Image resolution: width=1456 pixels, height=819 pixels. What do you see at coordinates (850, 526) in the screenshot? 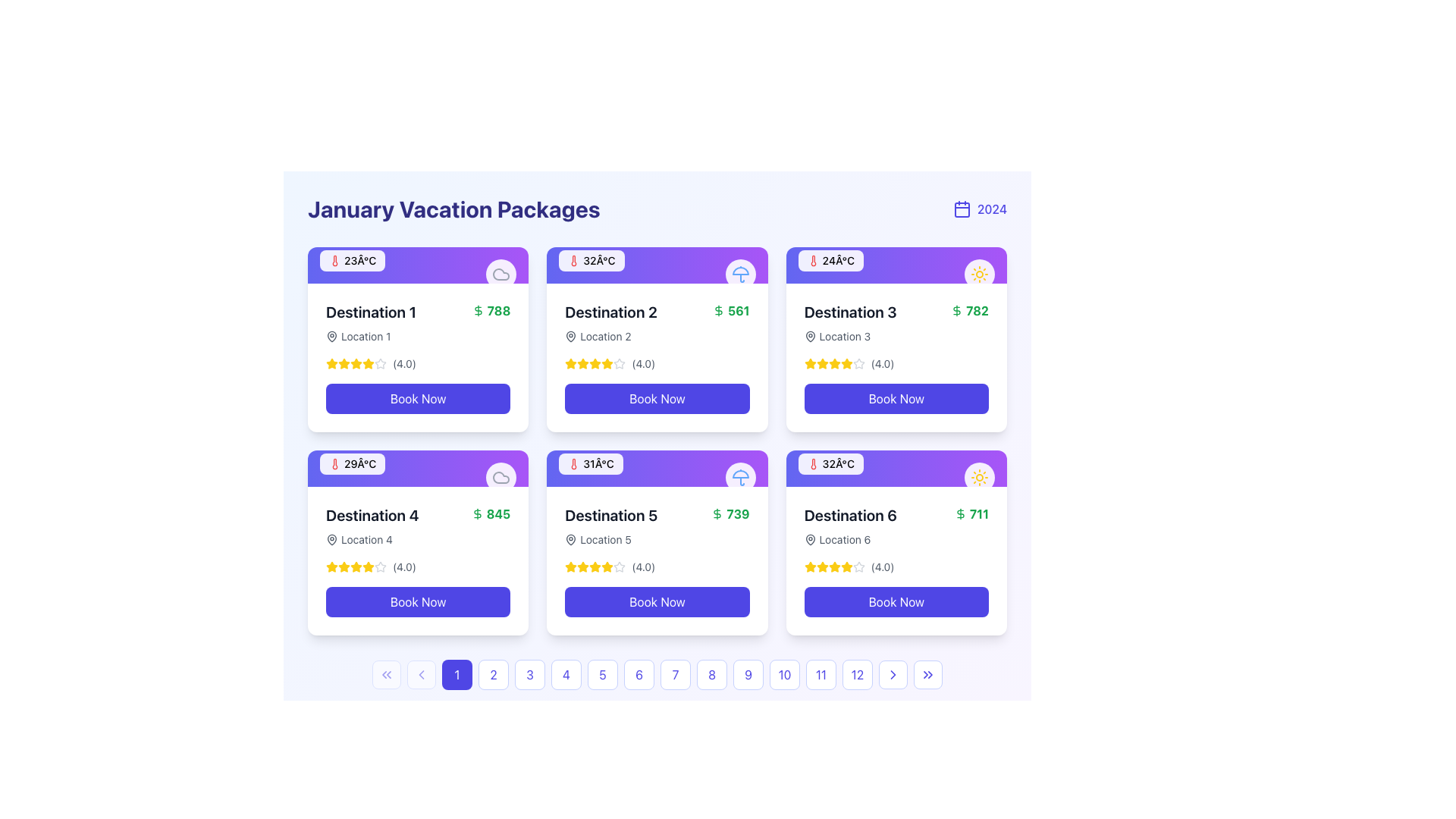
I see `the text block that displays the name and location of a specific destination in the bottom-right card of the vacation packages grid` at bounding box center [850, 526].